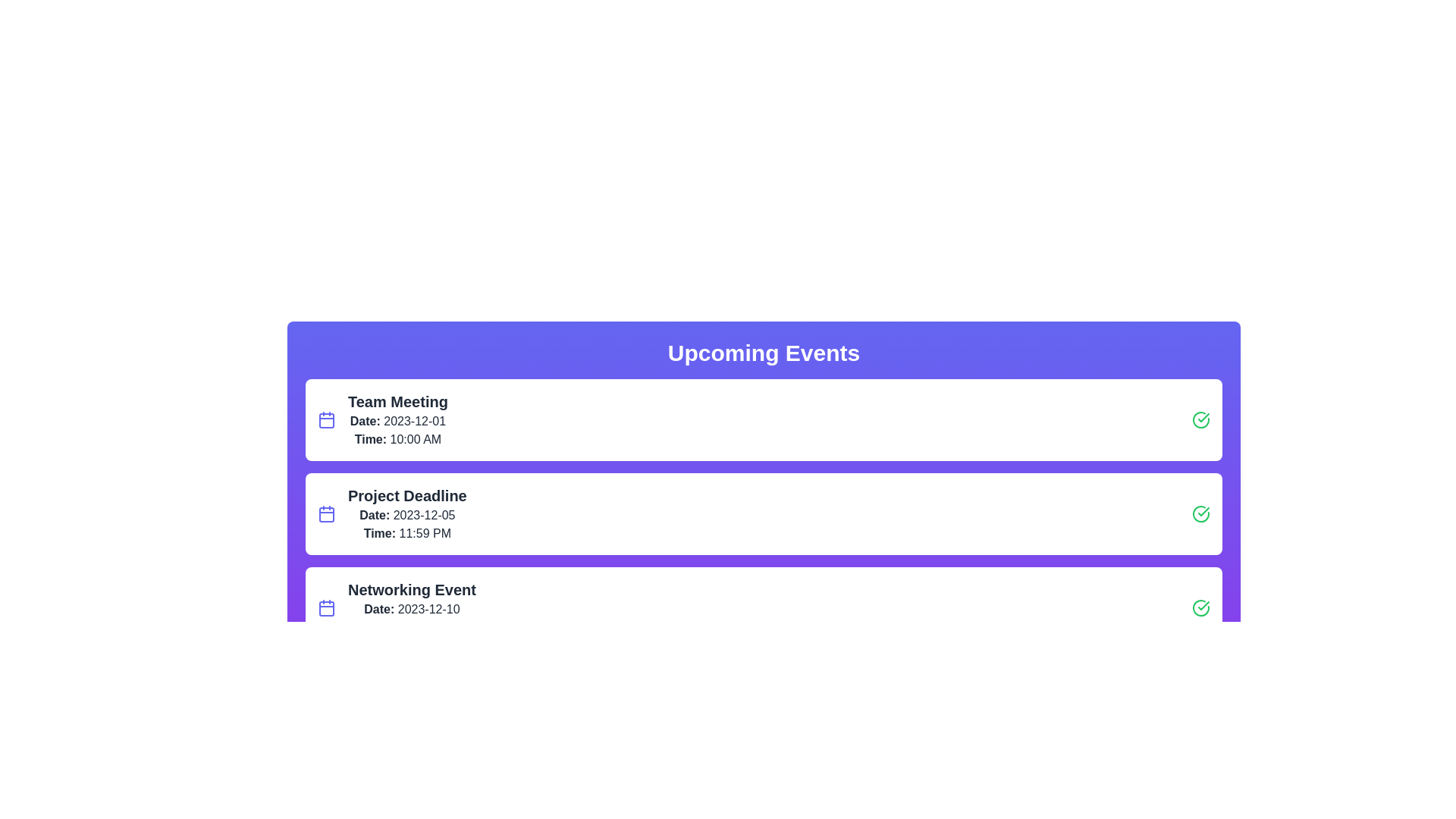 This screenshot has width=1456, height=819. Describe the element at coordinates (375, 514) in the screenshot. I see `the Text label indicating the date for the event 'Project Deadline' located in the second event section under 'Upcoming Events', above 'Time: 11:59 PM' and to the left of '2023-12-05'` at that location.